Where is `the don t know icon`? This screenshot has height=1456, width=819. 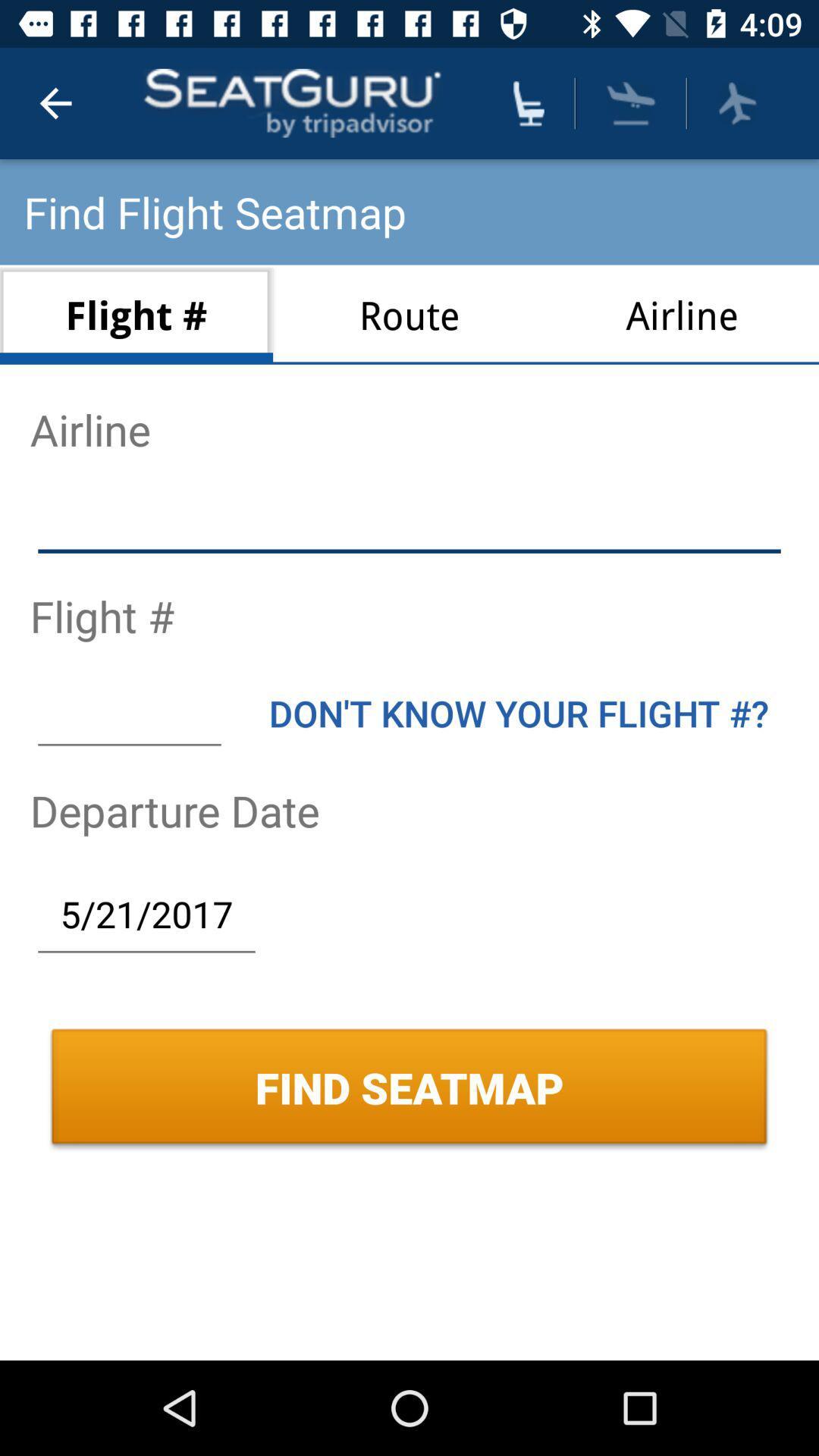
the don t know icon is located at coordinates (518, 712).